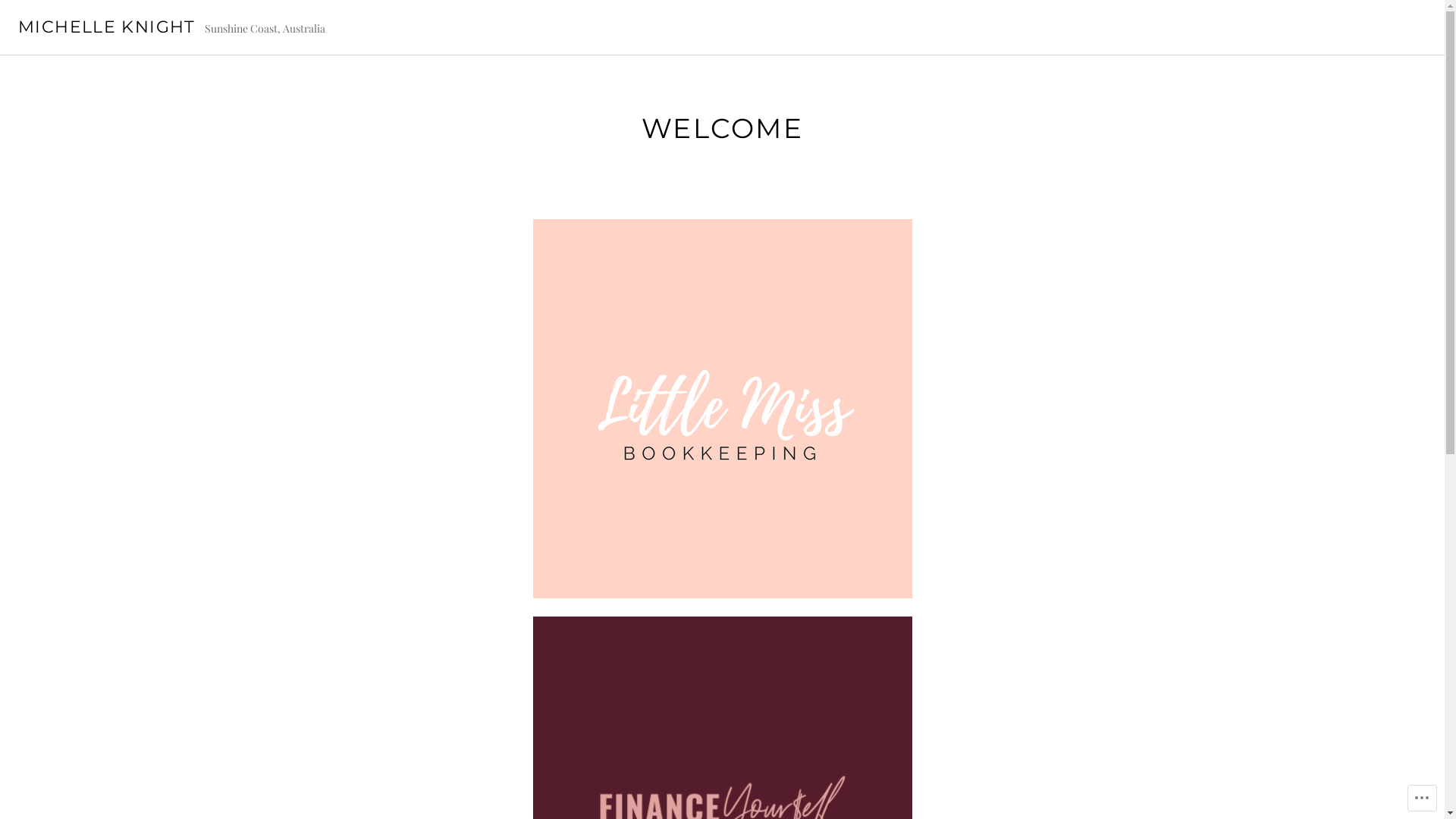  Describe the element at coordinates (105, 27) in the screenshot. I see `'MICHELLE KNIGHT'` at that location.